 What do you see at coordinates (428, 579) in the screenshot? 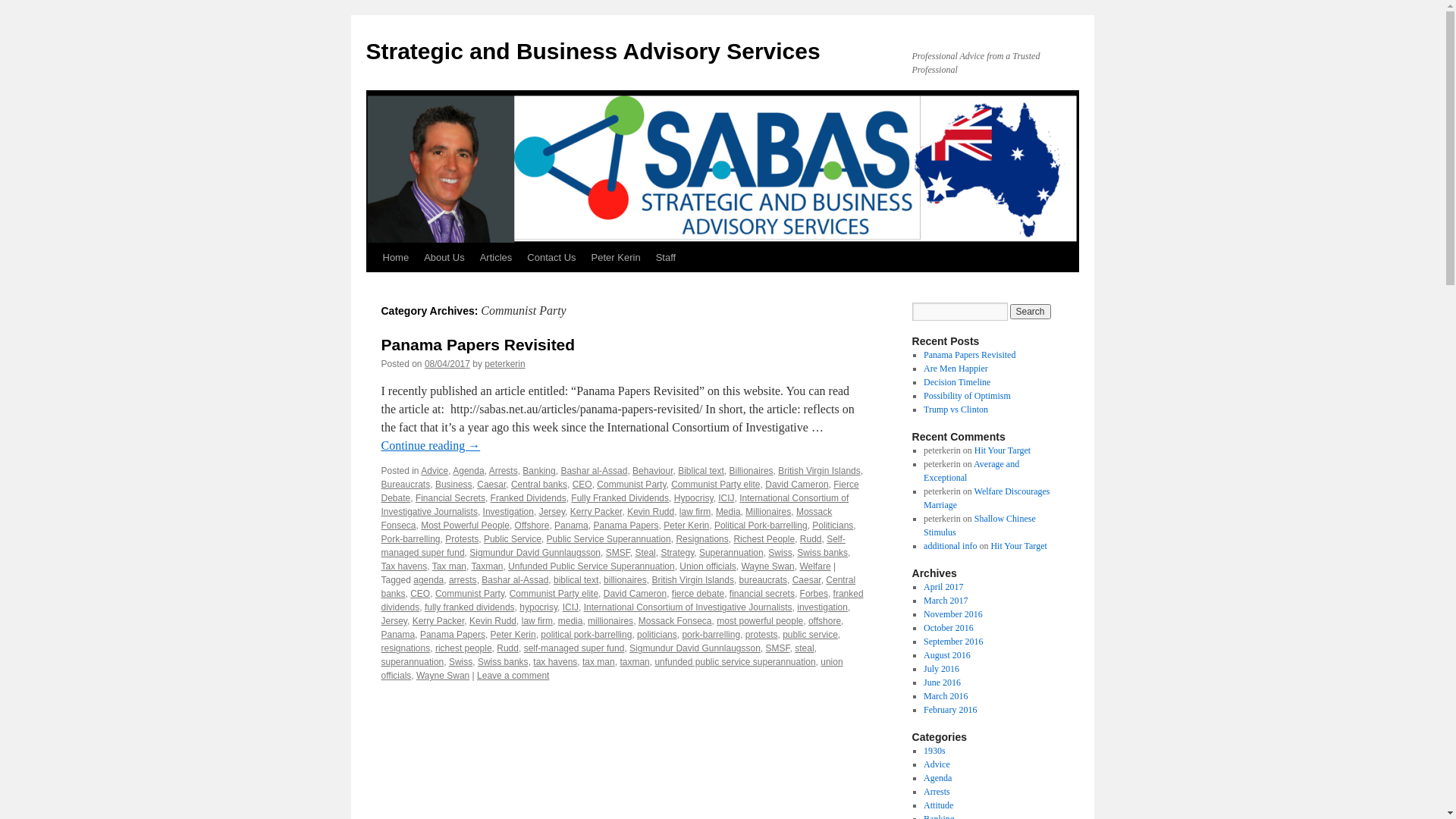
I see `'agenda'` at bounding box center [428, 579].